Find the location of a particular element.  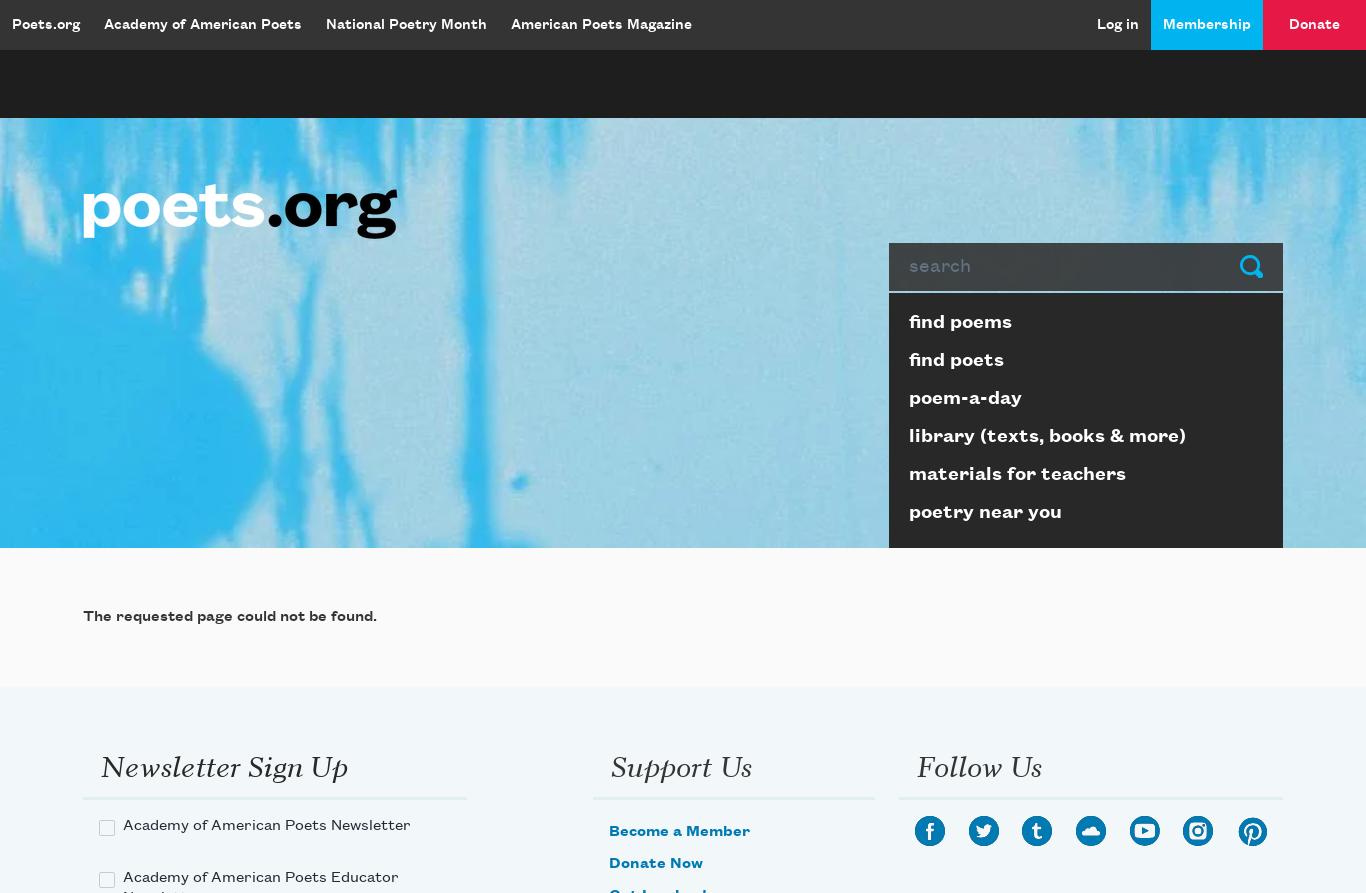

'Log in' is located at coordinates (1116, 25).